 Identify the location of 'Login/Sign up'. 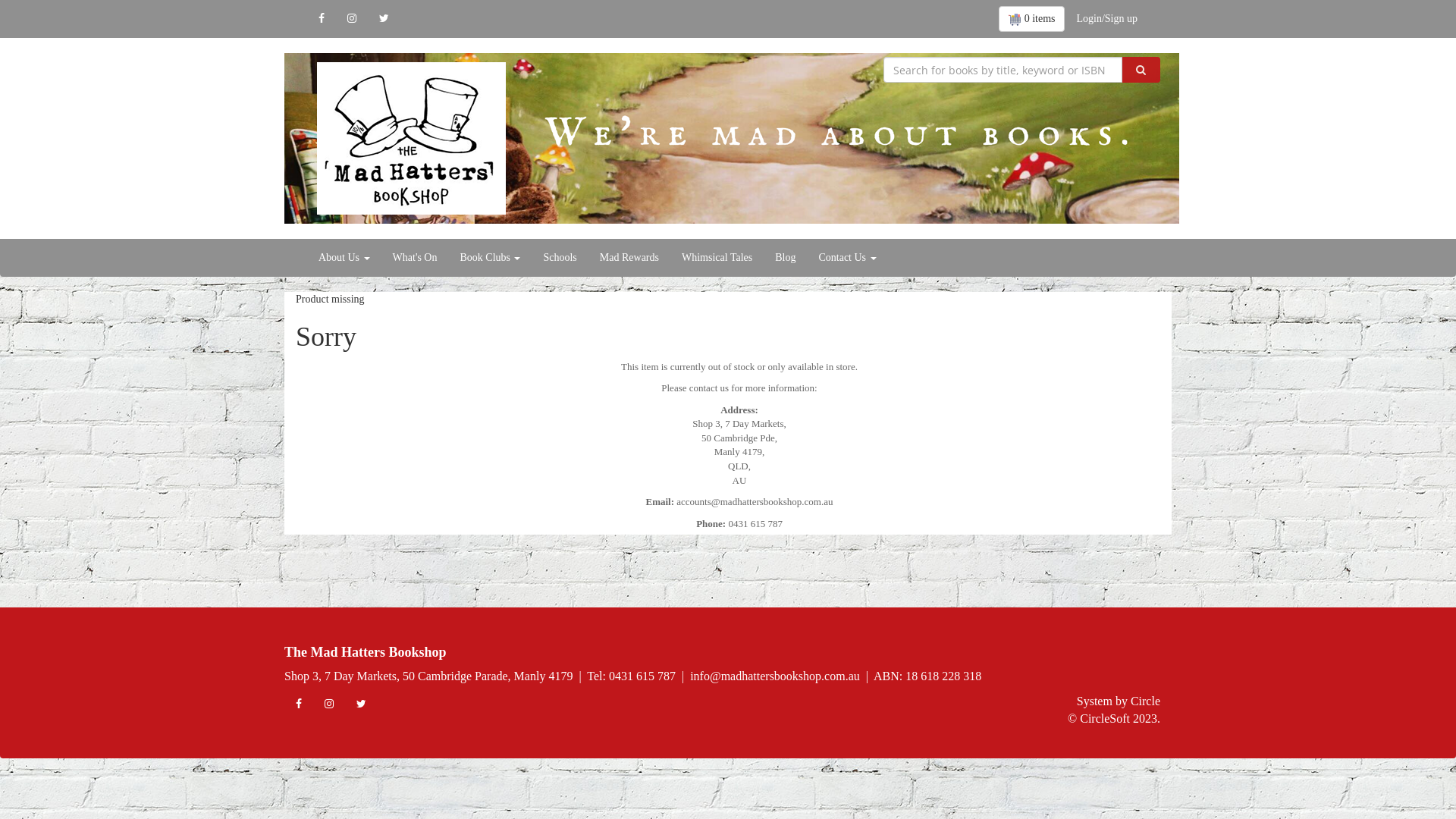
(1106, 18).